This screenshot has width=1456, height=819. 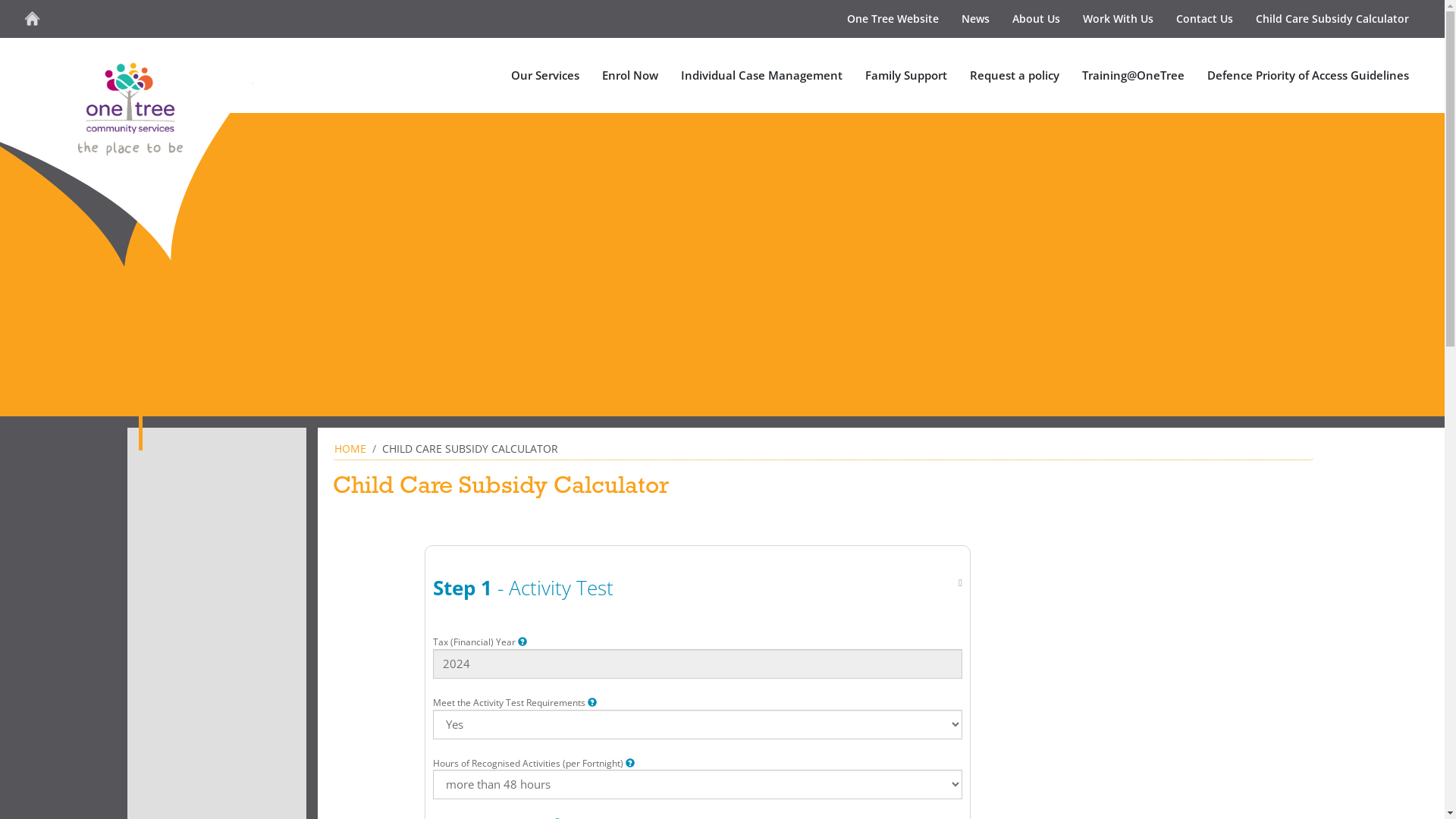 What do you see at coordinates (893, 18) in the screenshot?
I see `'One Tree Website'` at bounding box center [893, 18].